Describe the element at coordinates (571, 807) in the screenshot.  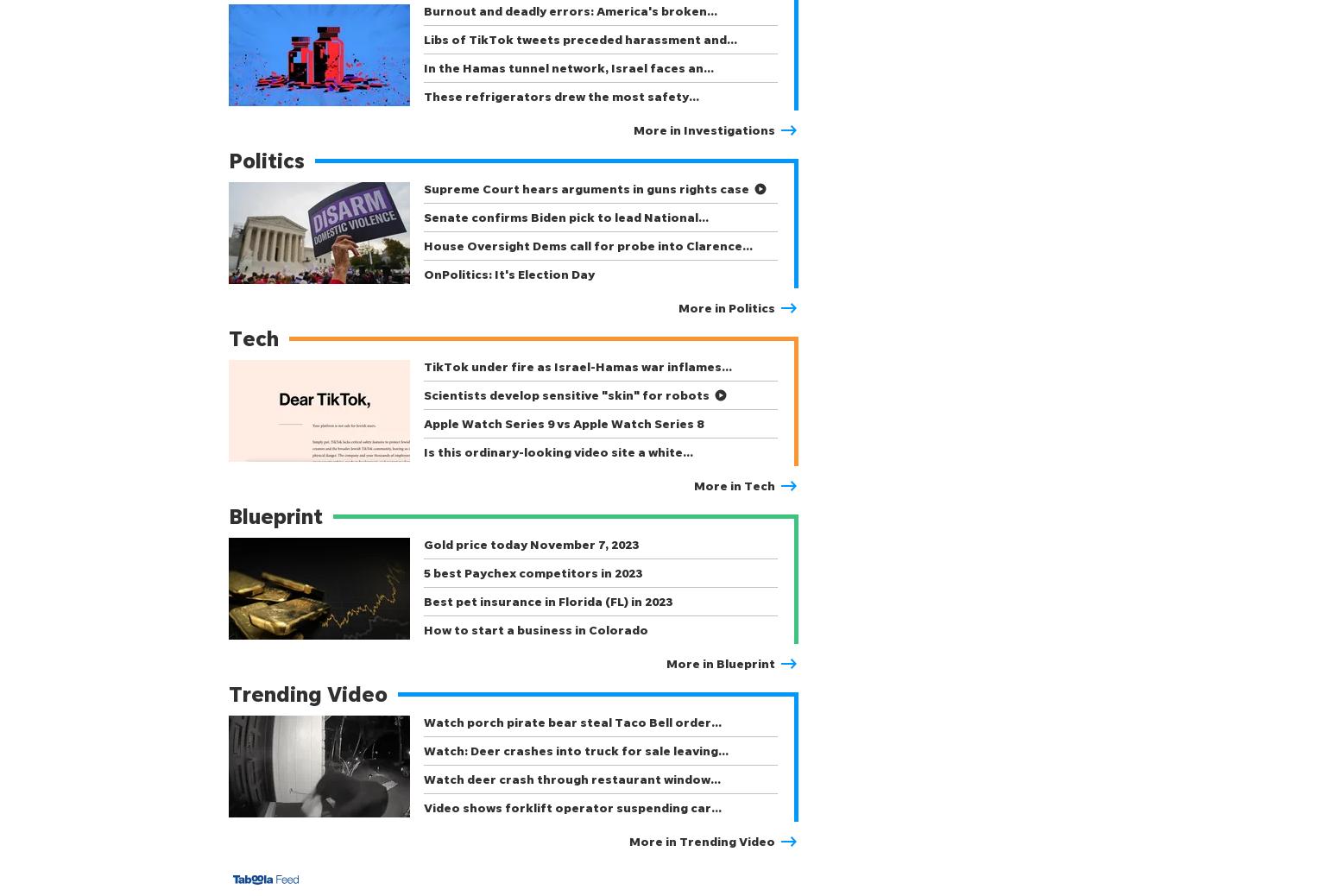
I see `'Video shows forklift operator suspending car…'` at that location.